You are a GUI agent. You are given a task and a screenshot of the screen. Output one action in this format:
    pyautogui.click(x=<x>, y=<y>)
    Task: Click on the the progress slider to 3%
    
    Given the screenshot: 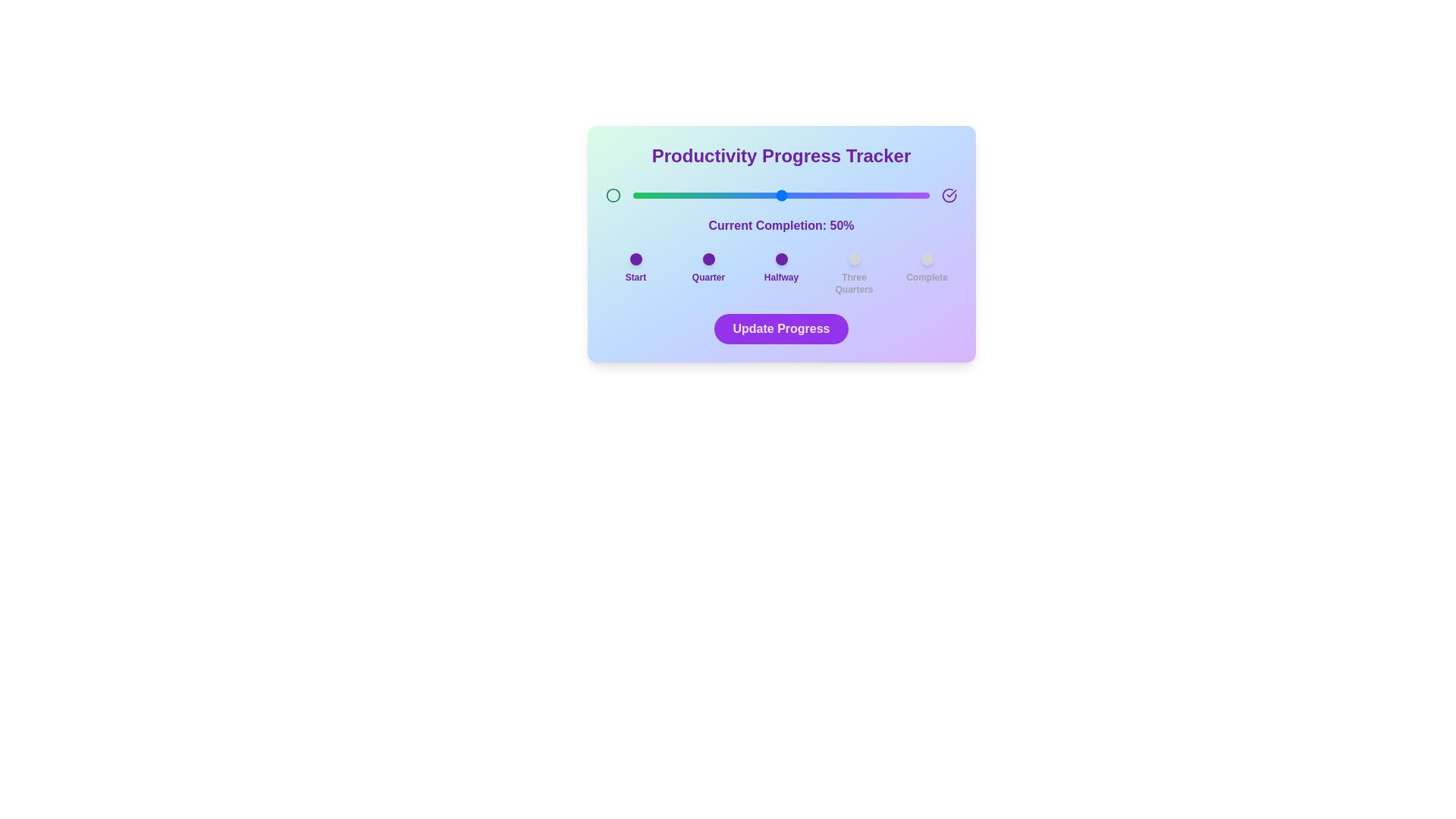 What is the action you would take?
    pyautogui.click(x=642, y=195)
    